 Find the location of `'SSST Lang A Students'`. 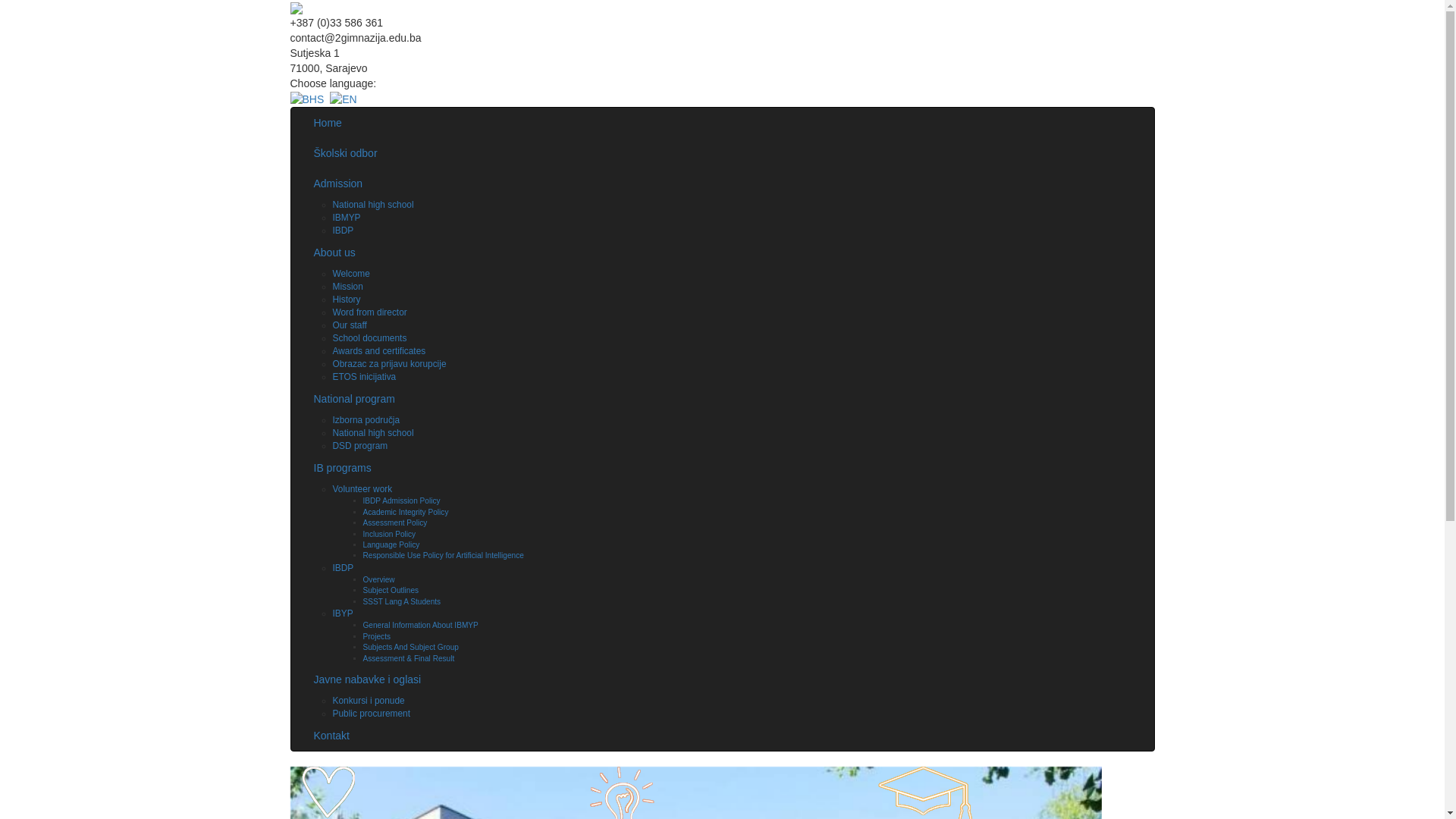

'SSST Lang A Students' is located at coordinates (401, 601).